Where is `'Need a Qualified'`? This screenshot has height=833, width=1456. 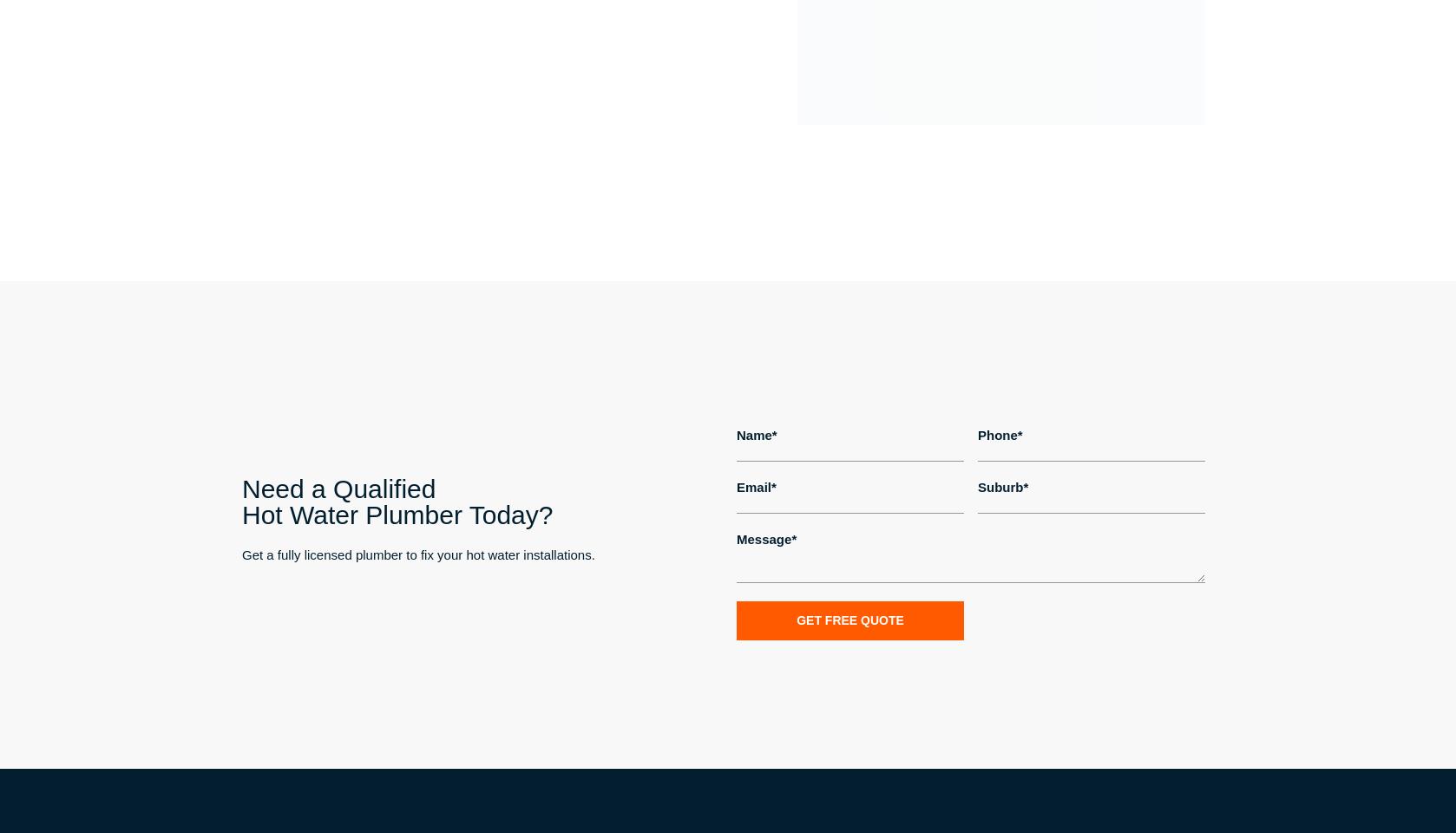 'Need a Qualified' is located at coordinates (338, 489).